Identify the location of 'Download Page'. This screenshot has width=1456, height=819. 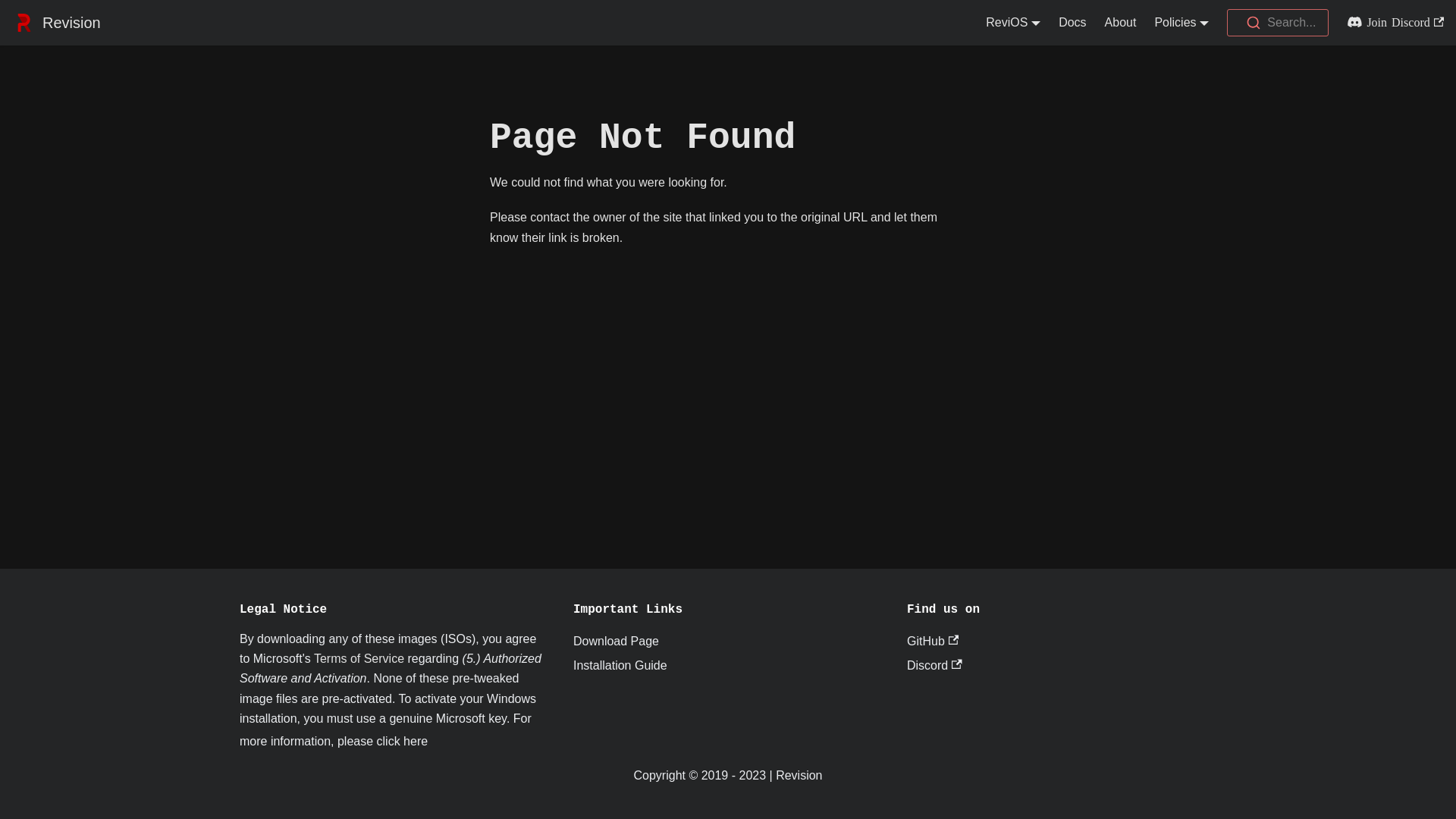
(616, 641).